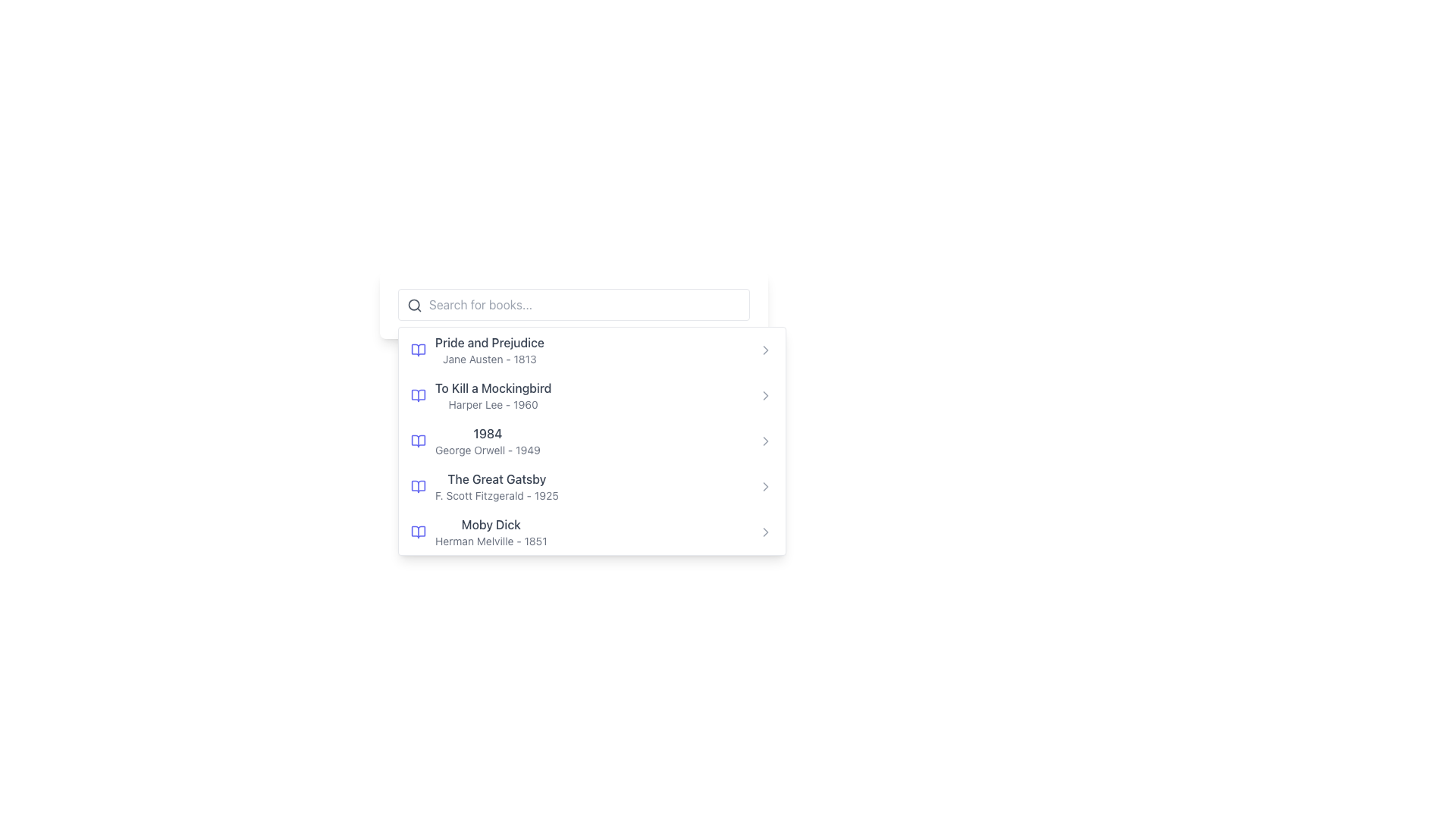  I want to click on to select the book entry titled 'Moby Dick' by Herman Melville, which is the fifth entry in the list of book details, so click(491, 532).